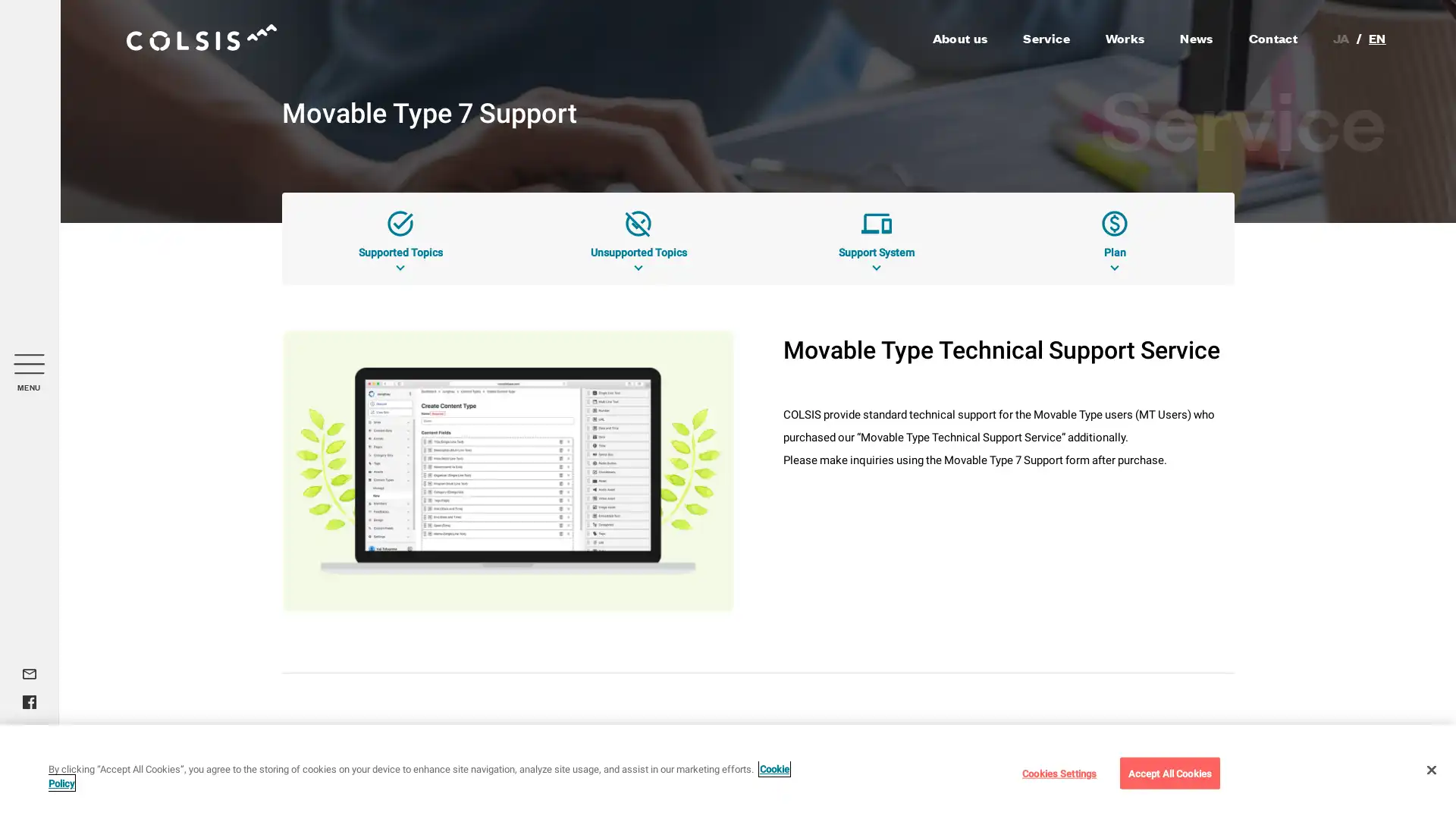 Image resolution: width=1456 pixels, height=819 pixels. I want to click on Cookies Settings, so click(1058, 772).